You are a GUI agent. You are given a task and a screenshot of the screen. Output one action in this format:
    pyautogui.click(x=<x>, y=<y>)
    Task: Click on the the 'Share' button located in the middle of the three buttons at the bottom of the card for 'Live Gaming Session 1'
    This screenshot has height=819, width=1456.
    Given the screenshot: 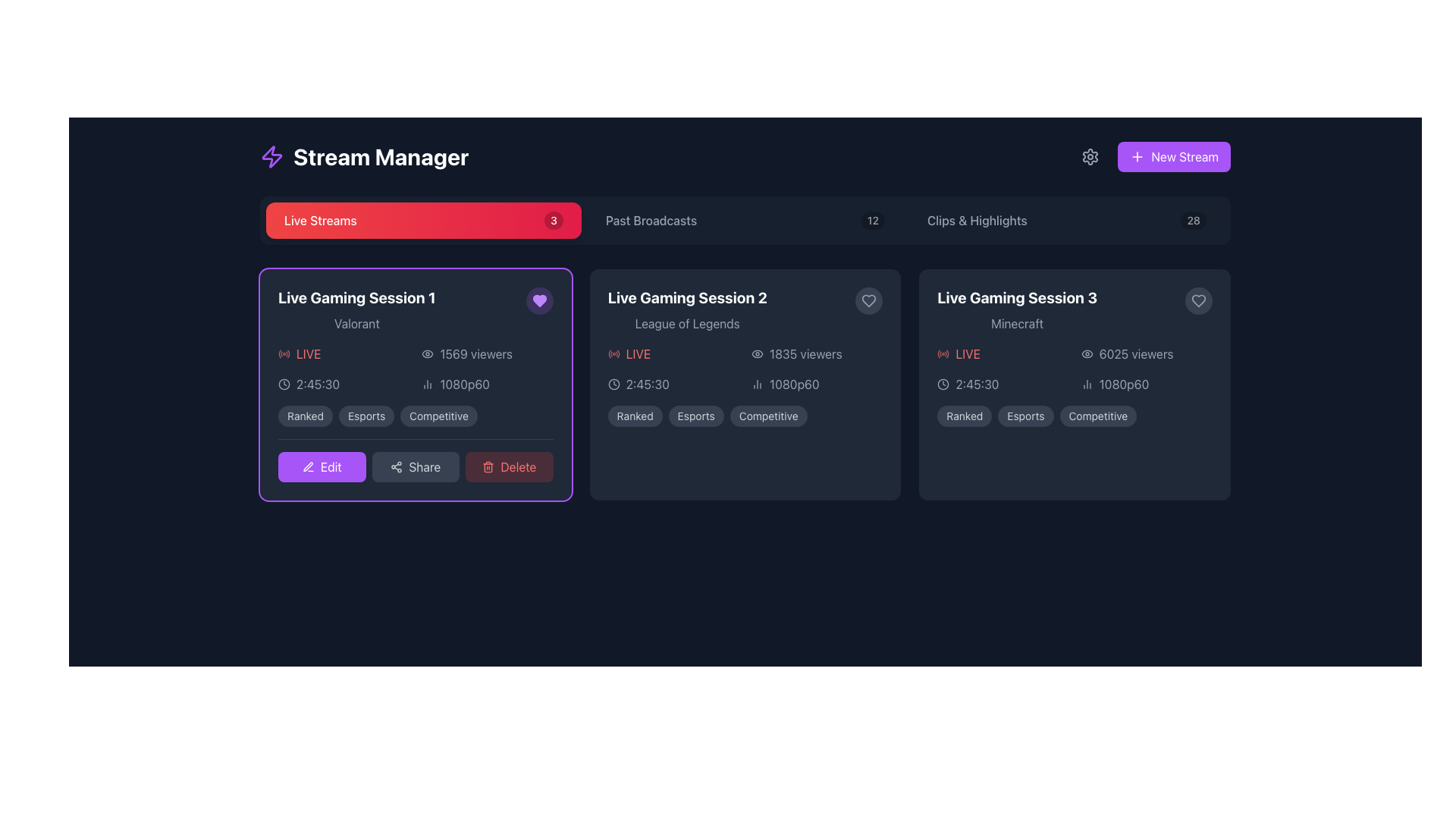 What is the action you would take?
    pyautogui.click(x=415, y=466)
    